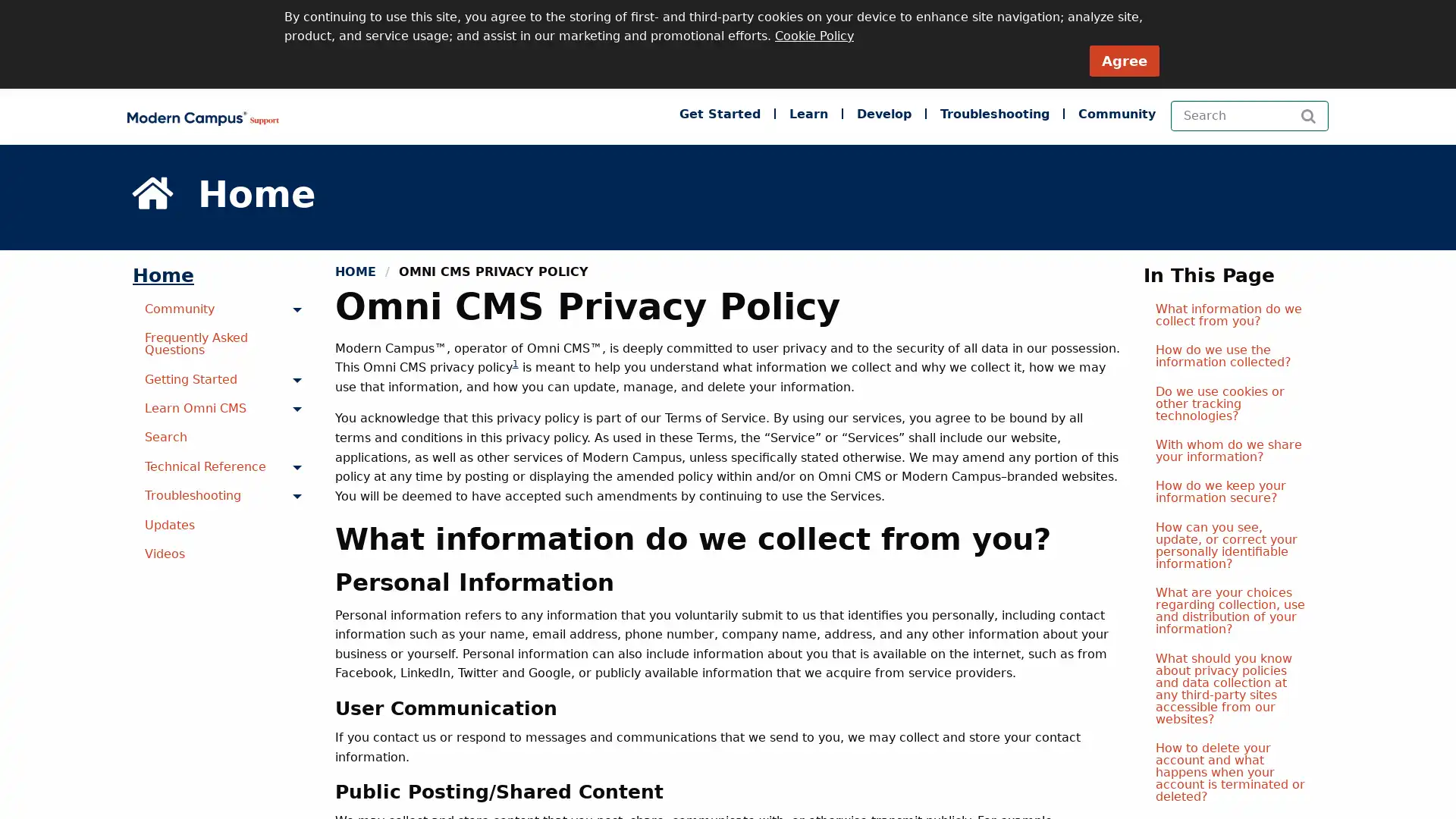  What do you see at coordinates (1125, 60) in the screenshot?
I see `Agree` at bounding box center [1125, 60].